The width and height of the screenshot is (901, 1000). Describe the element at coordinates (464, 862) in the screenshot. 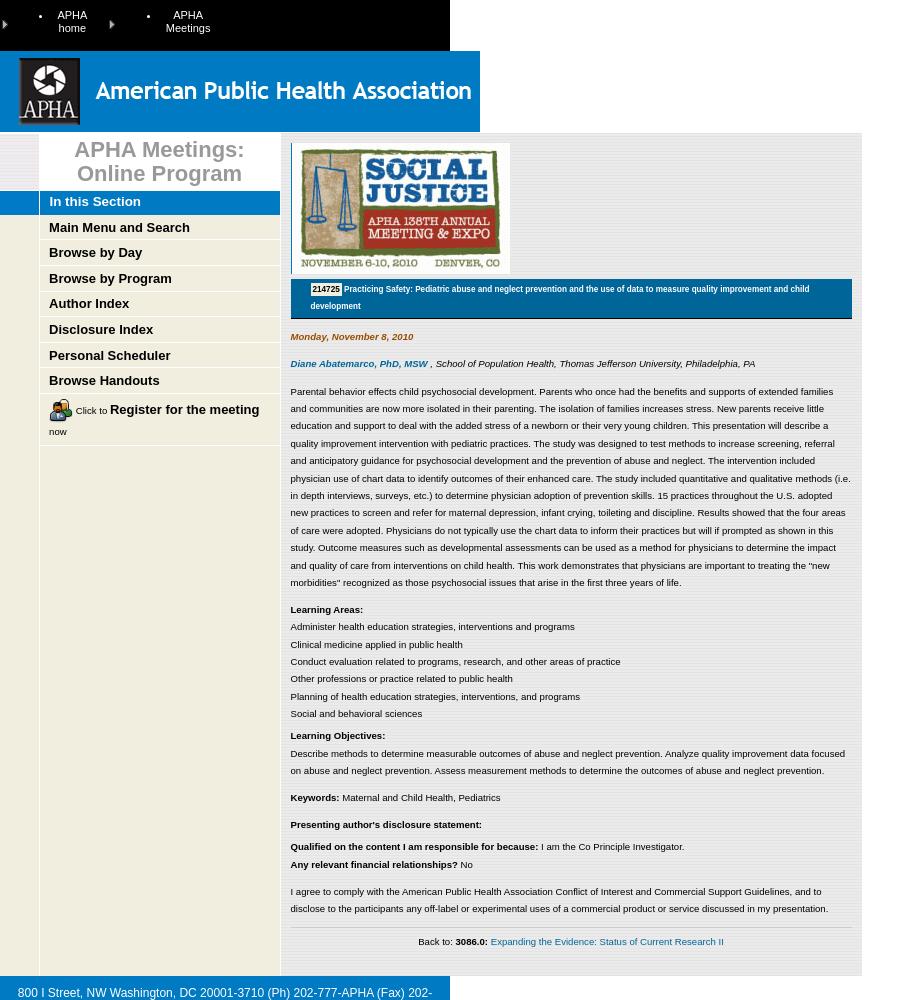

I see `'No'` at that location.